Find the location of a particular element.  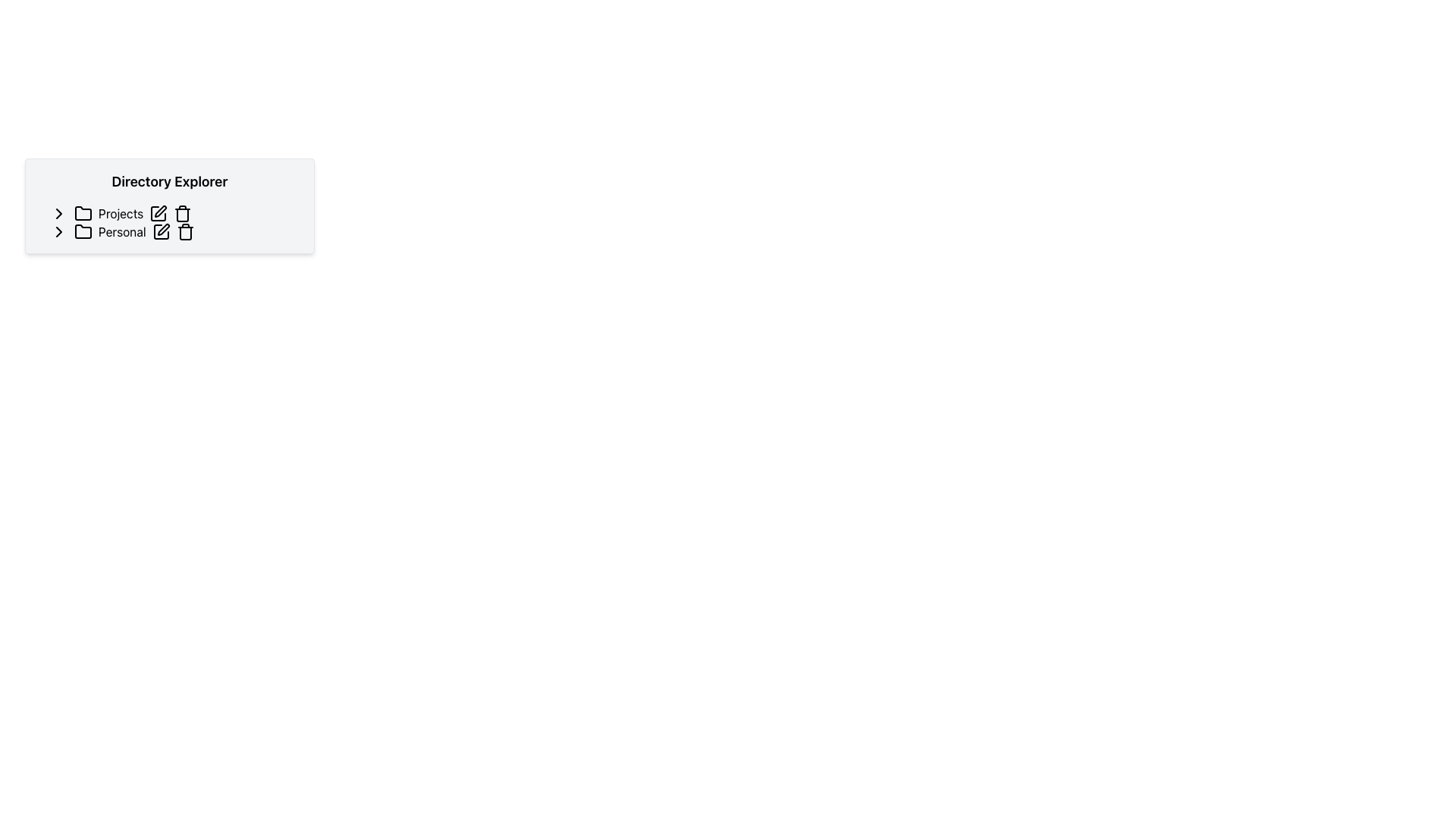

the Chevron Icon located to the left of the 'Projects' label is located at coordinates (58, 213).